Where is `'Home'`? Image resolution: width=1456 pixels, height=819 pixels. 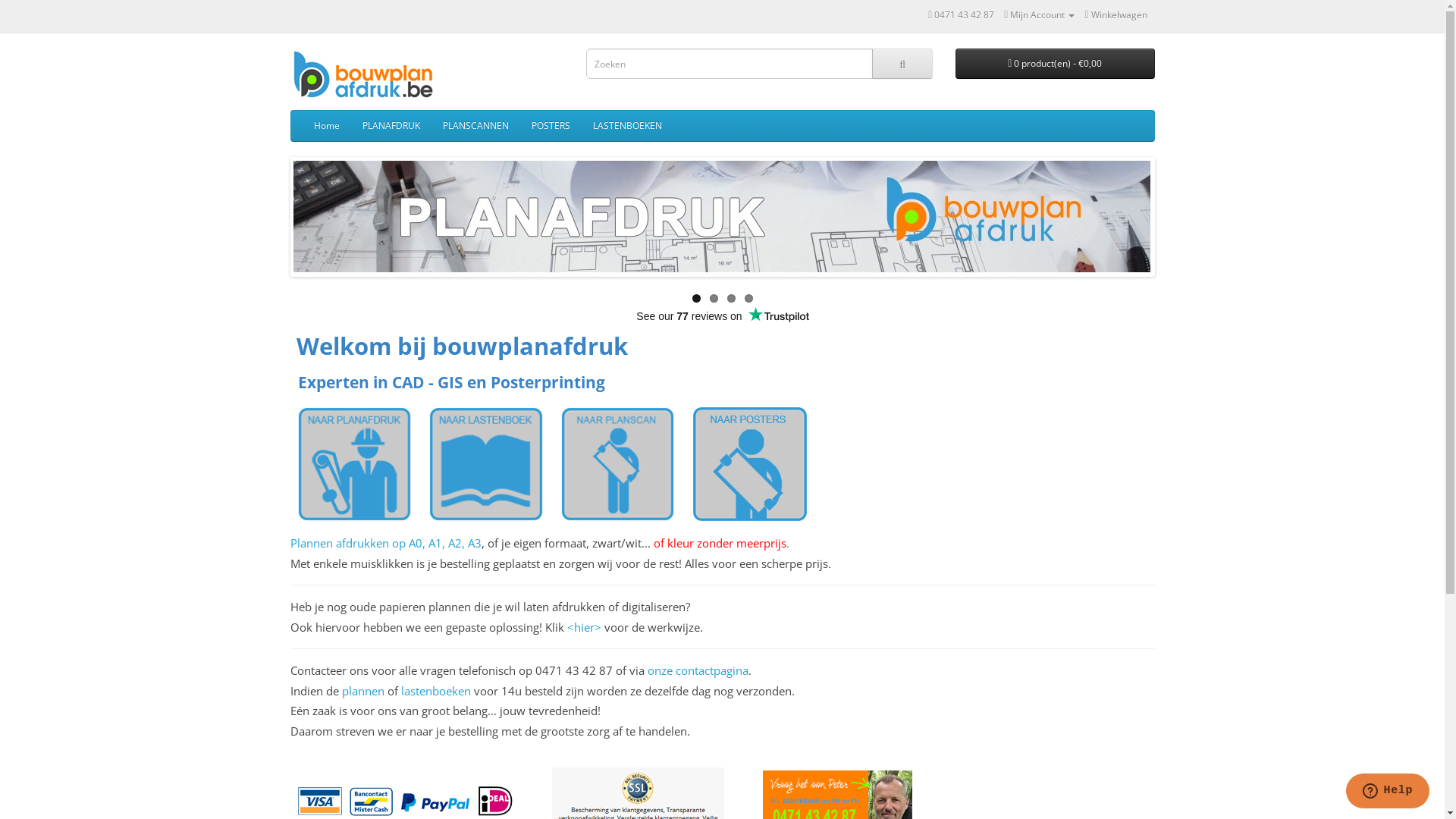 'Home' is located at coordinates (302, 124).